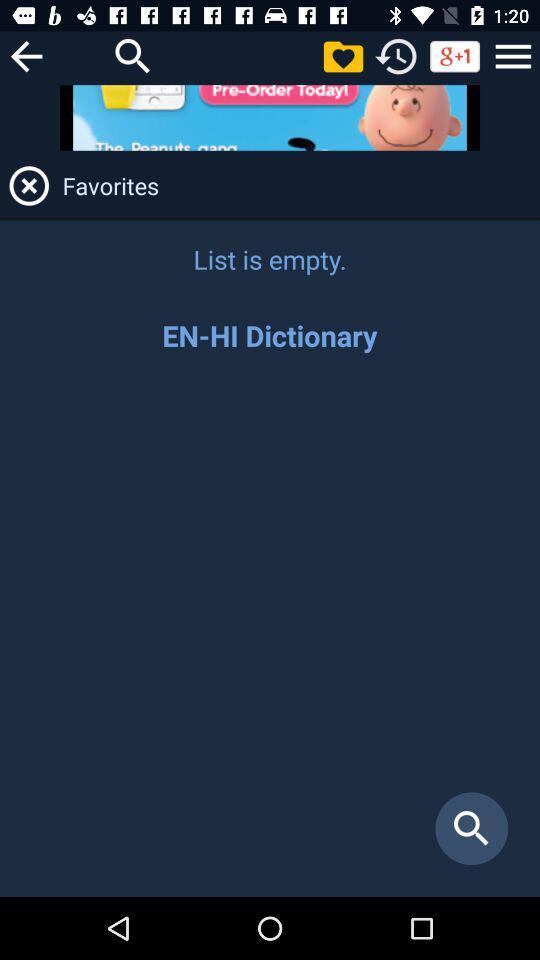 The image size is (540, 960). I want to click on replay, so click(396, 55).